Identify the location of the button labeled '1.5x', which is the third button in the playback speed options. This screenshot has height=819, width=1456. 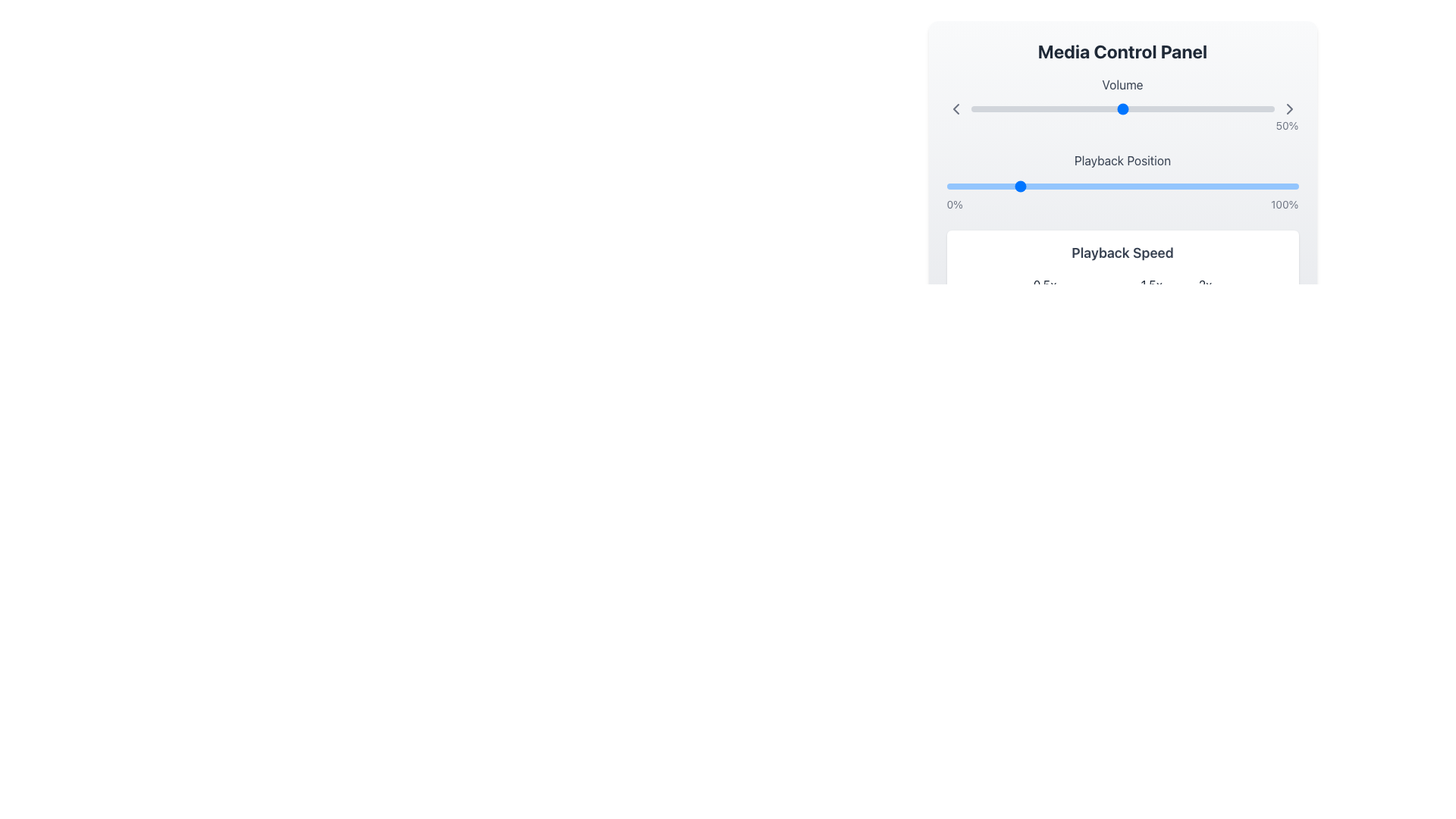
(1151, 284).